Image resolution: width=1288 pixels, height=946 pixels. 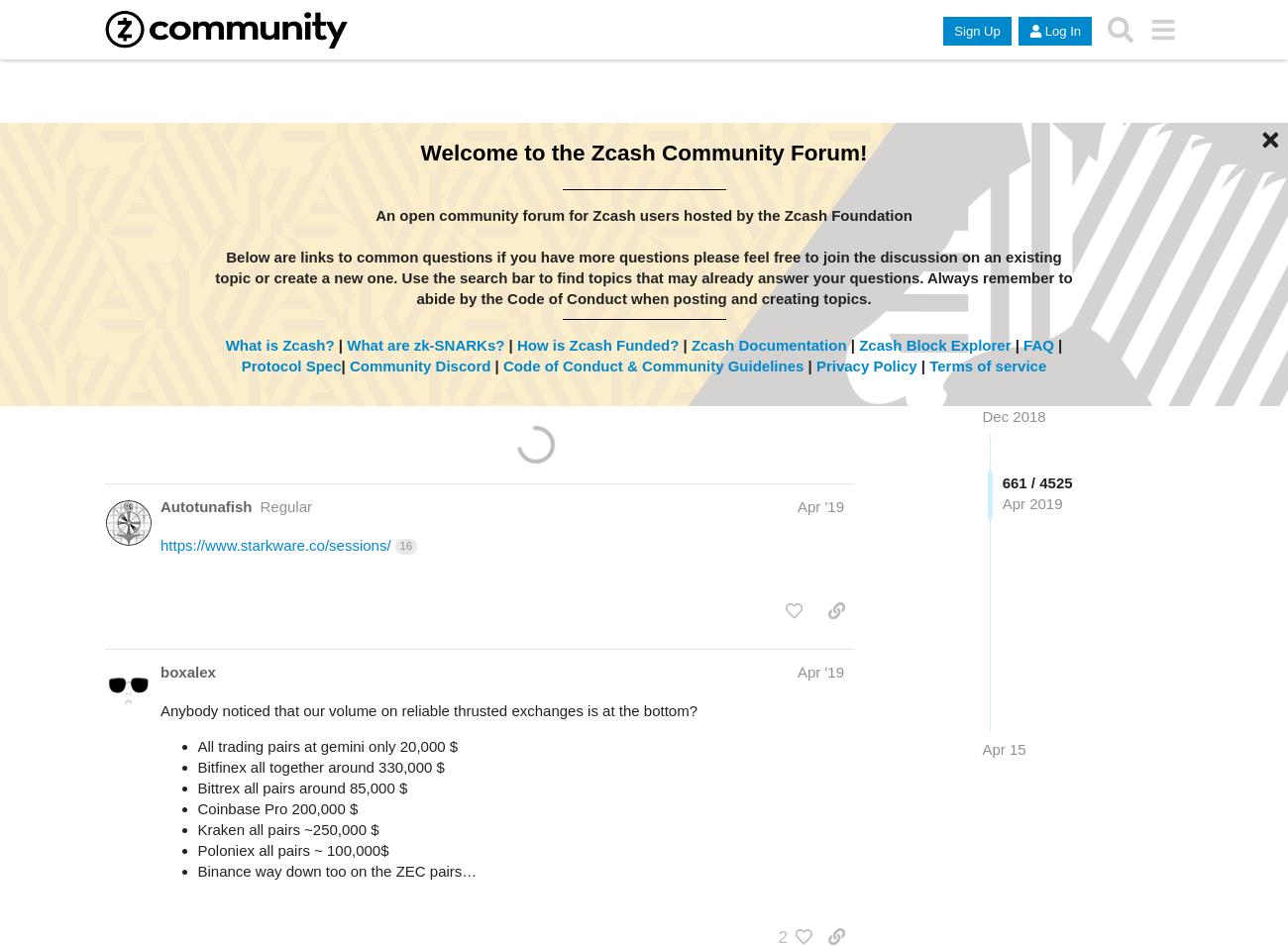 I want to click on 'What is Zcash?', so click(x=278, y=343).